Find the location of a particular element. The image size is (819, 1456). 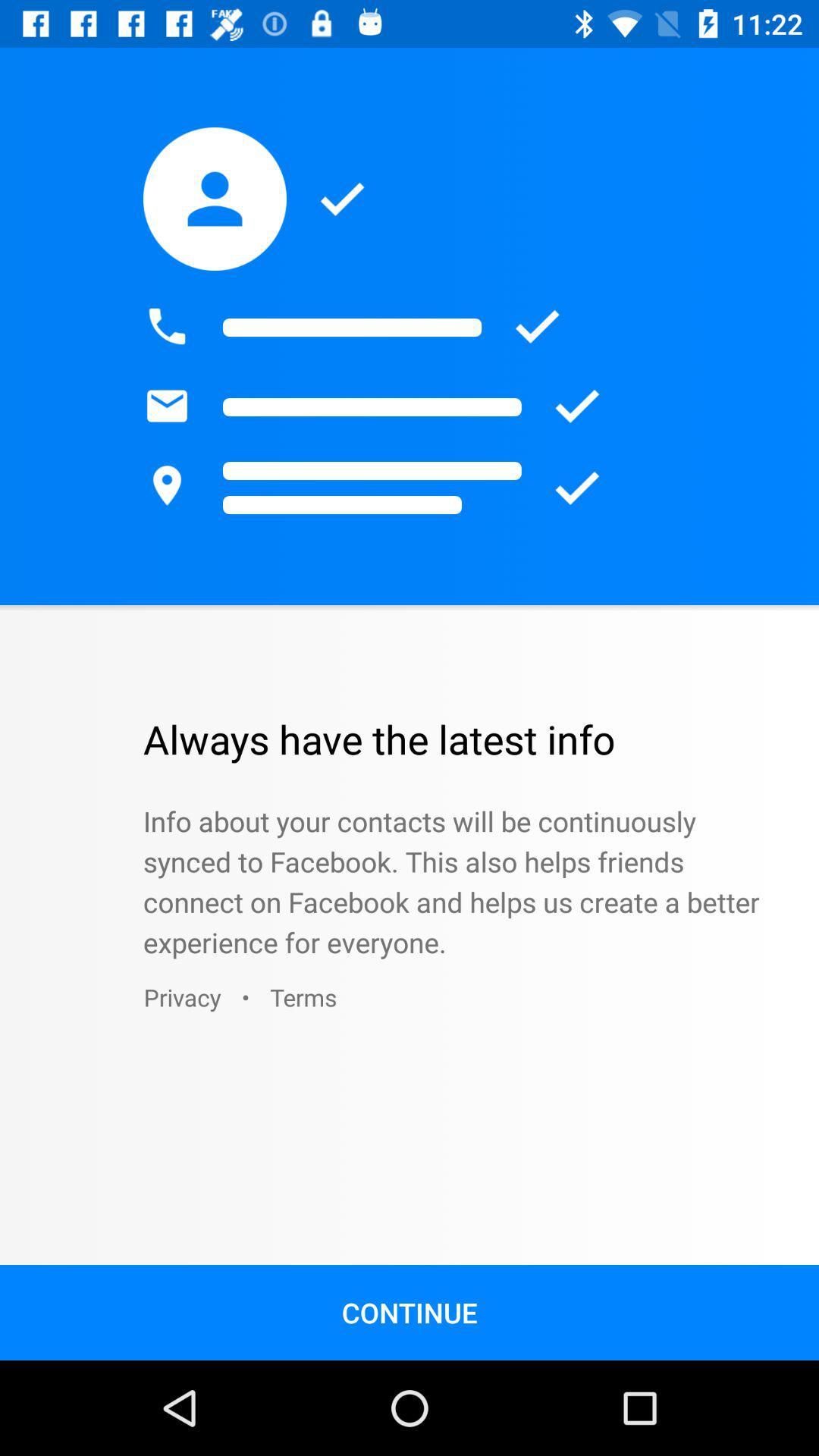

icon above the continue is located at coordinates (181, 997).